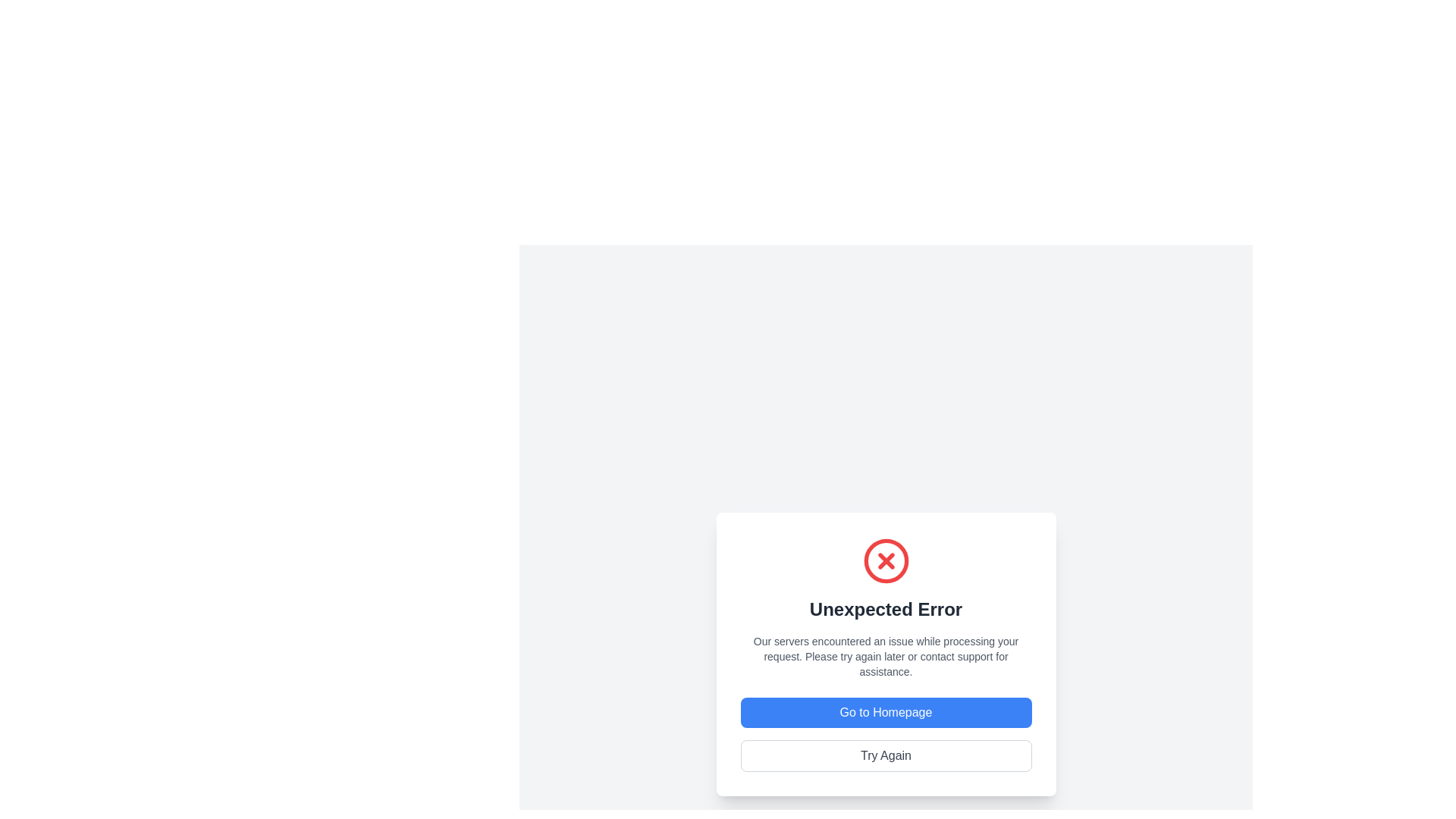 The width and height of the screenshot is (1456, 819). Describe the element at coordinates (886, 755) in the screenshot. I see `the 'Retry' button located at the bottom of the modal box, directly below the 'Go to Homepage' button, to retry the action that resulted in an error` at that location.